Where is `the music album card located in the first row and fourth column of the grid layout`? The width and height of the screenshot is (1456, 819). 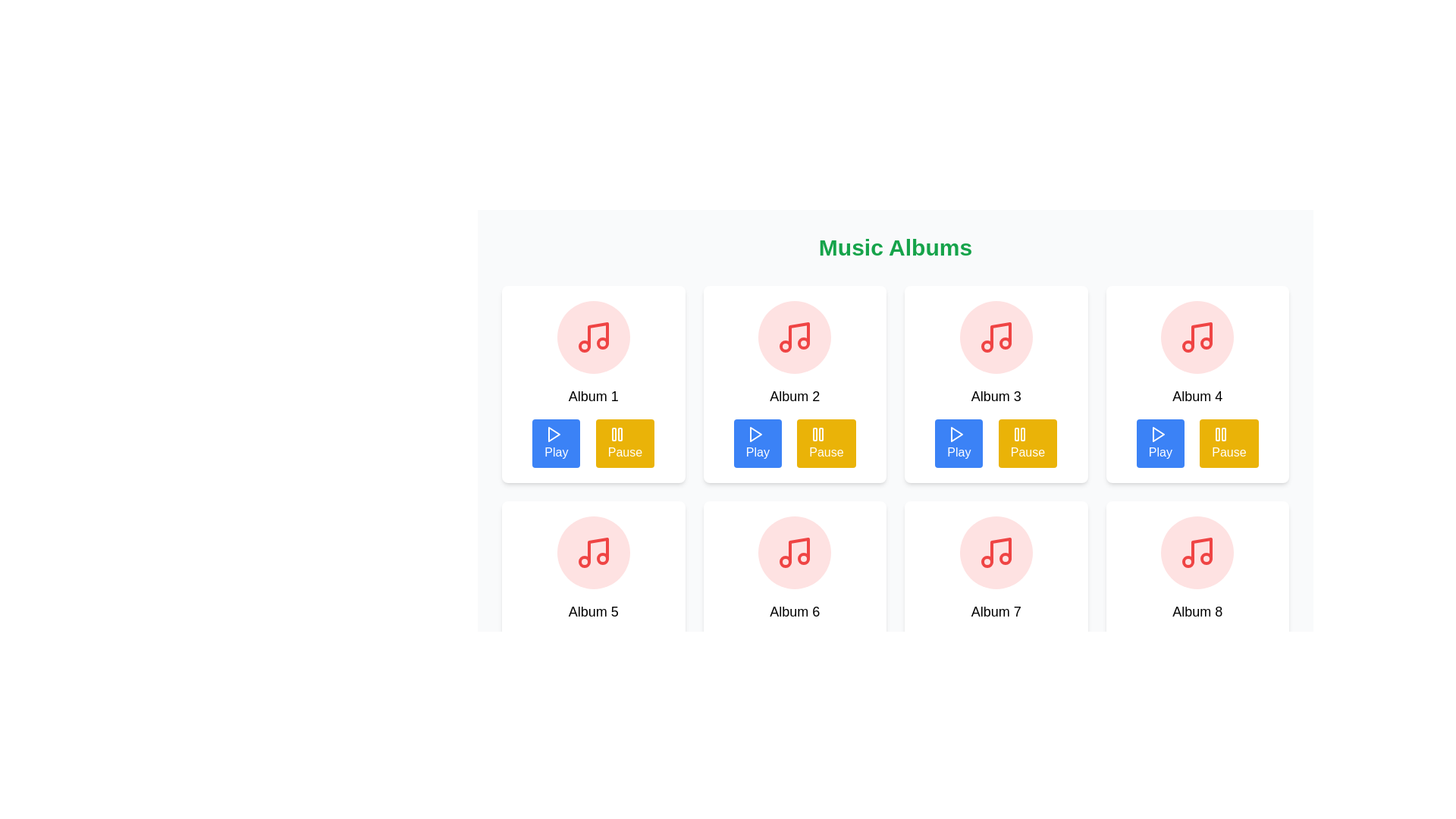 the music album card located in the first row and fourth column of the grid layout is located at coordinates (1197, 383).